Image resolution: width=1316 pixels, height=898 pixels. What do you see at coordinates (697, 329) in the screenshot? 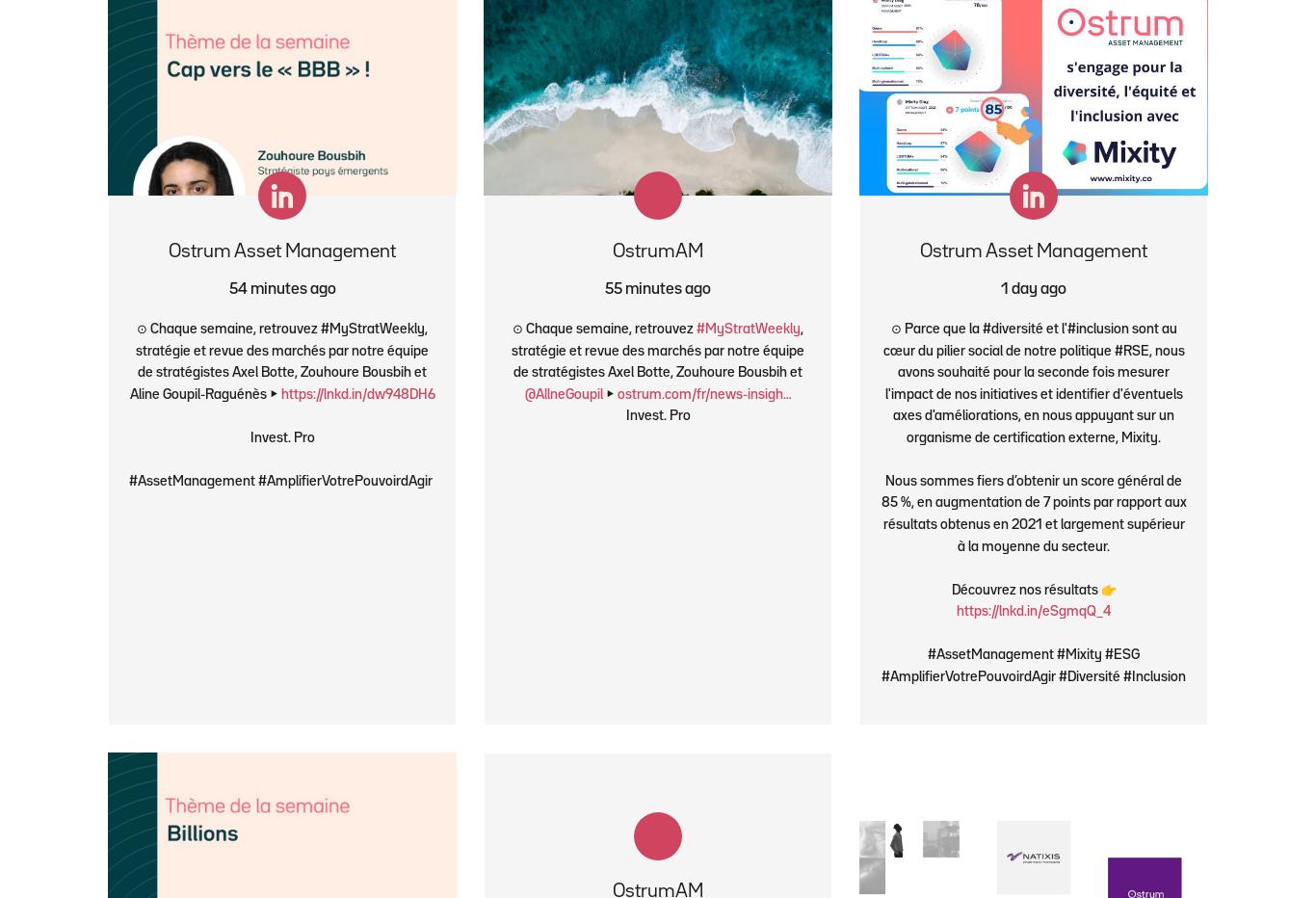
I see `'#MyStratWeekly'` at bounding box center [697, 329].